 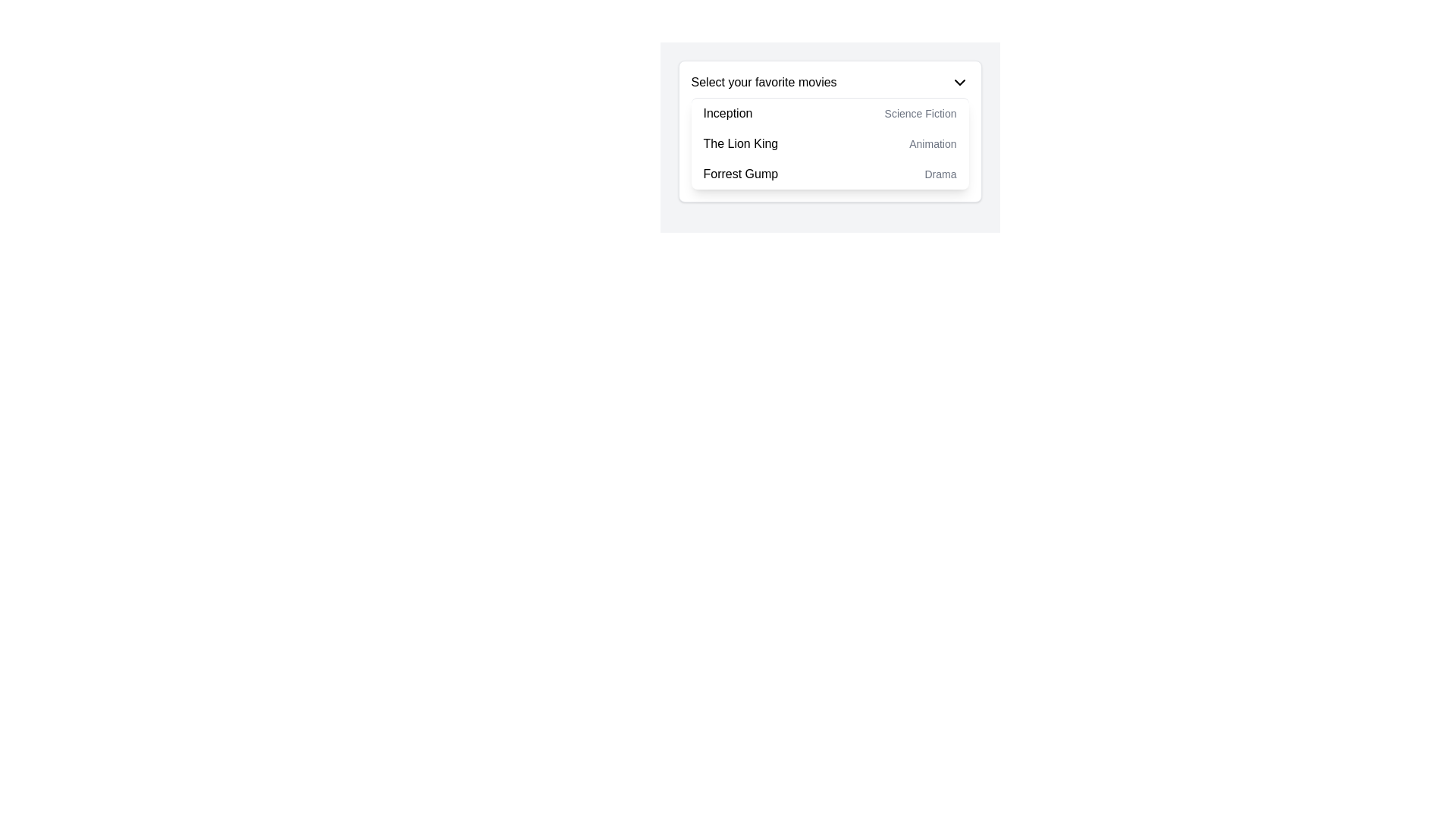 I want to click on the static text label that describes the genre 'Drama' for the 'Forrest Gump' list item in the dropdown menu labeled 'Select your favorite movies', so click(x=940, y=174).